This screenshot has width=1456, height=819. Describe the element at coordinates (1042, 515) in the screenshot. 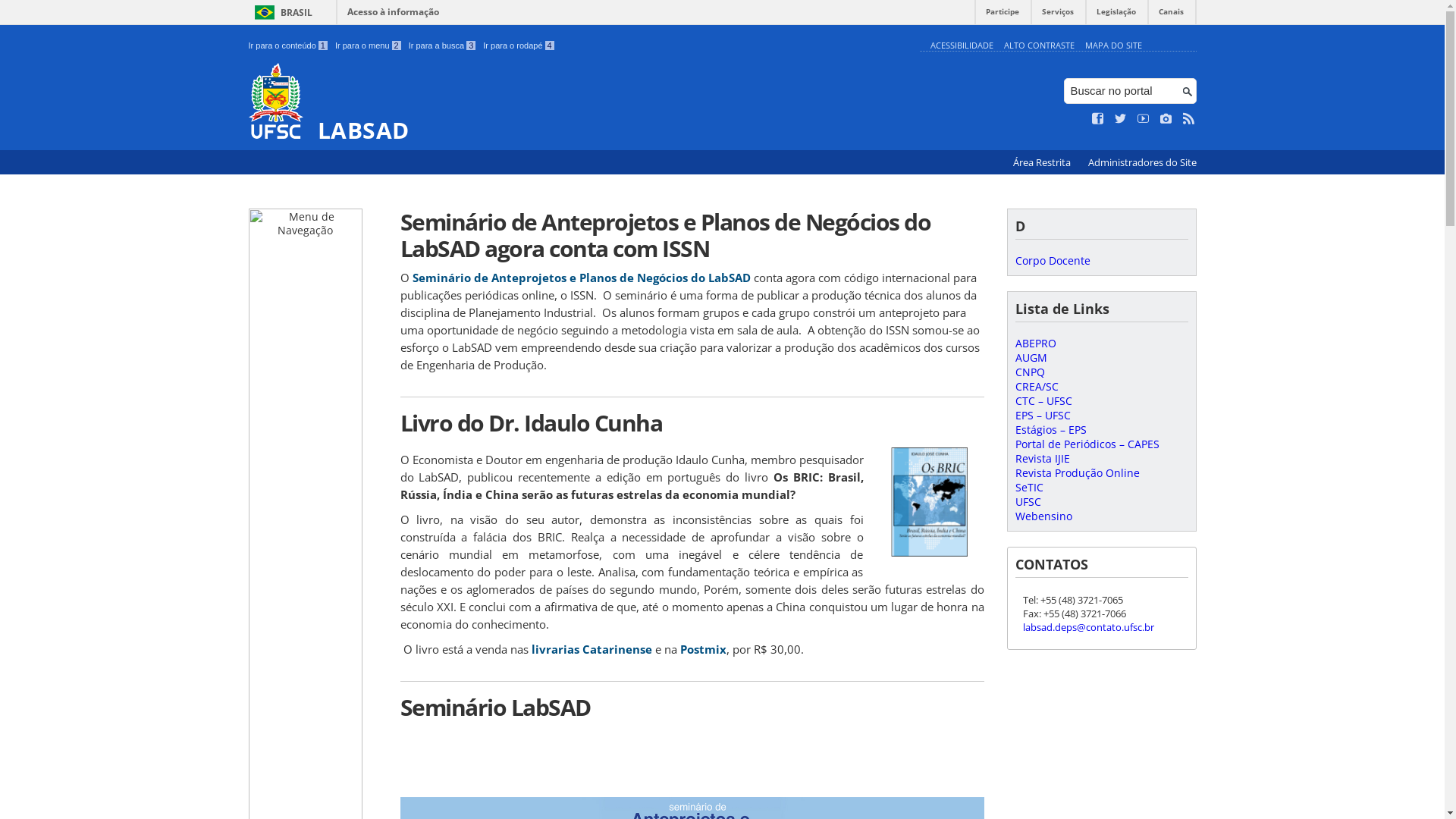

I see `'Webensino'` at that location.